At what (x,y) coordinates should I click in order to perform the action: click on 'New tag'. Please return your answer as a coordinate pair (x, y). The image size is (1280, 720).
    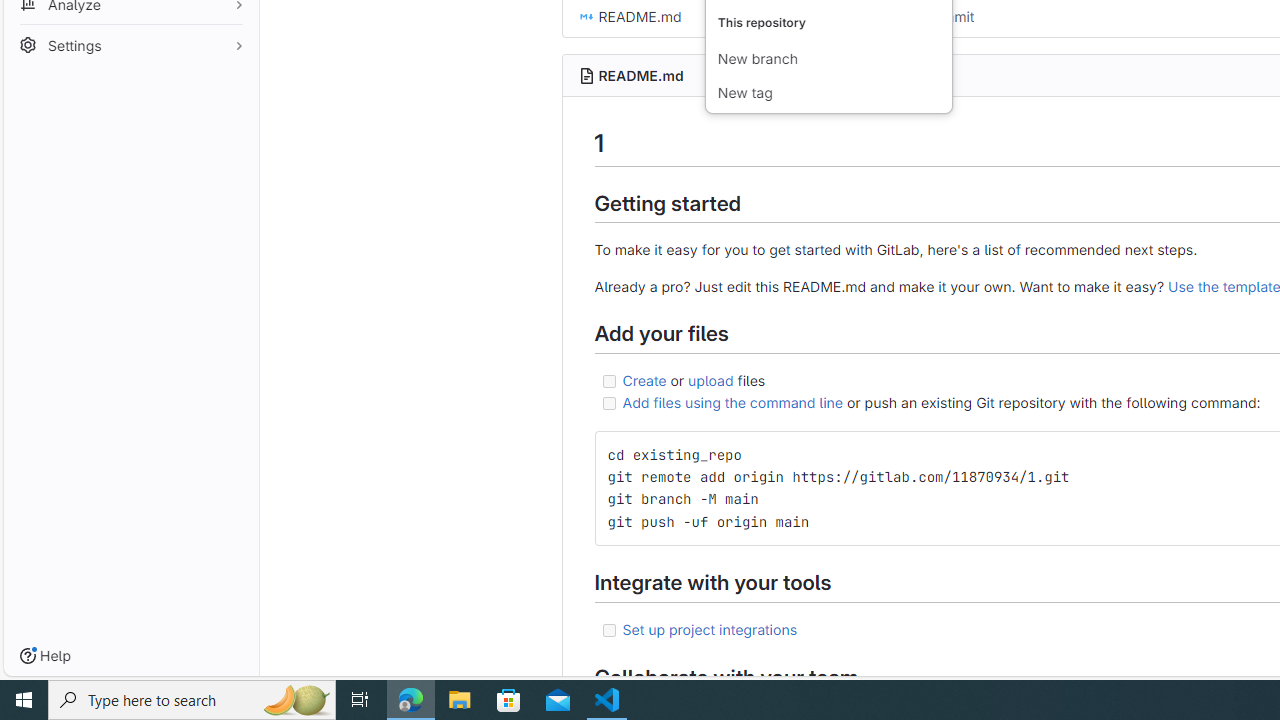
    Looking at the image, I should click on (828, 93).